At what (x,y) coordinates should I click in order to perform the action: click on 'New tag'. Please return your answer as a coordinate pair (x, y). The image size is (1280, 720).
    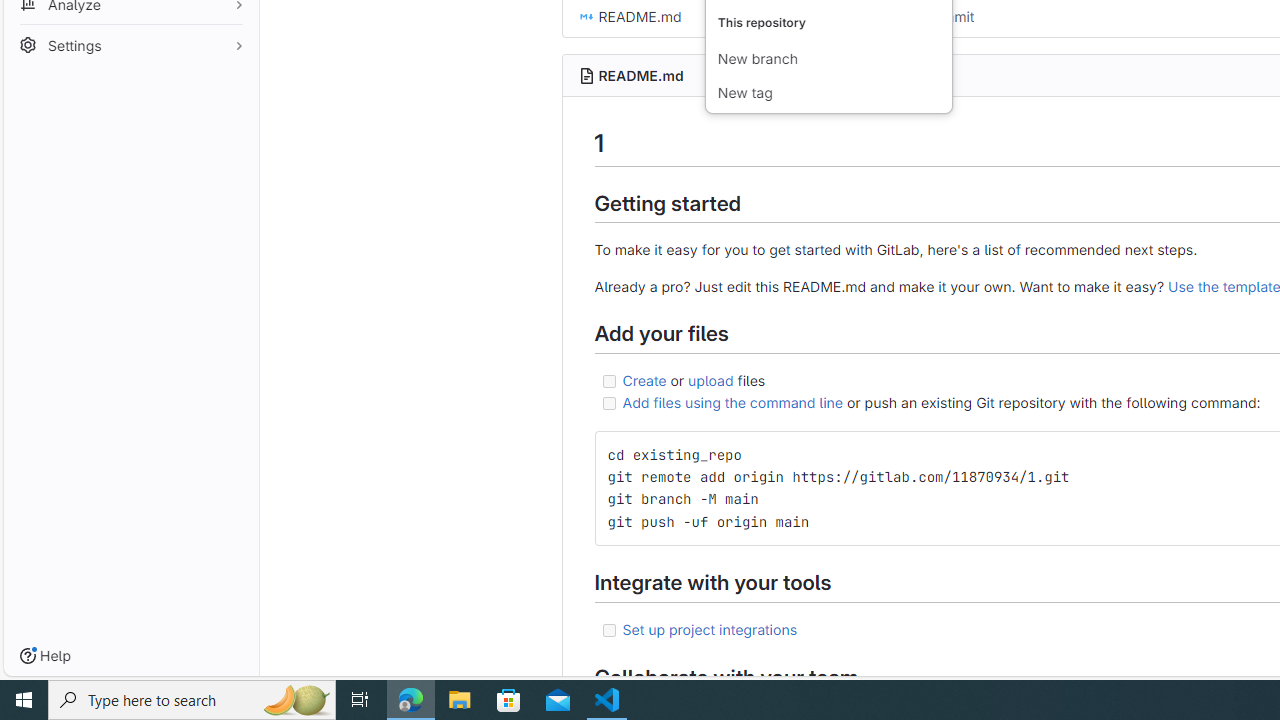
    Looking at the image, I should click on (828, 93).